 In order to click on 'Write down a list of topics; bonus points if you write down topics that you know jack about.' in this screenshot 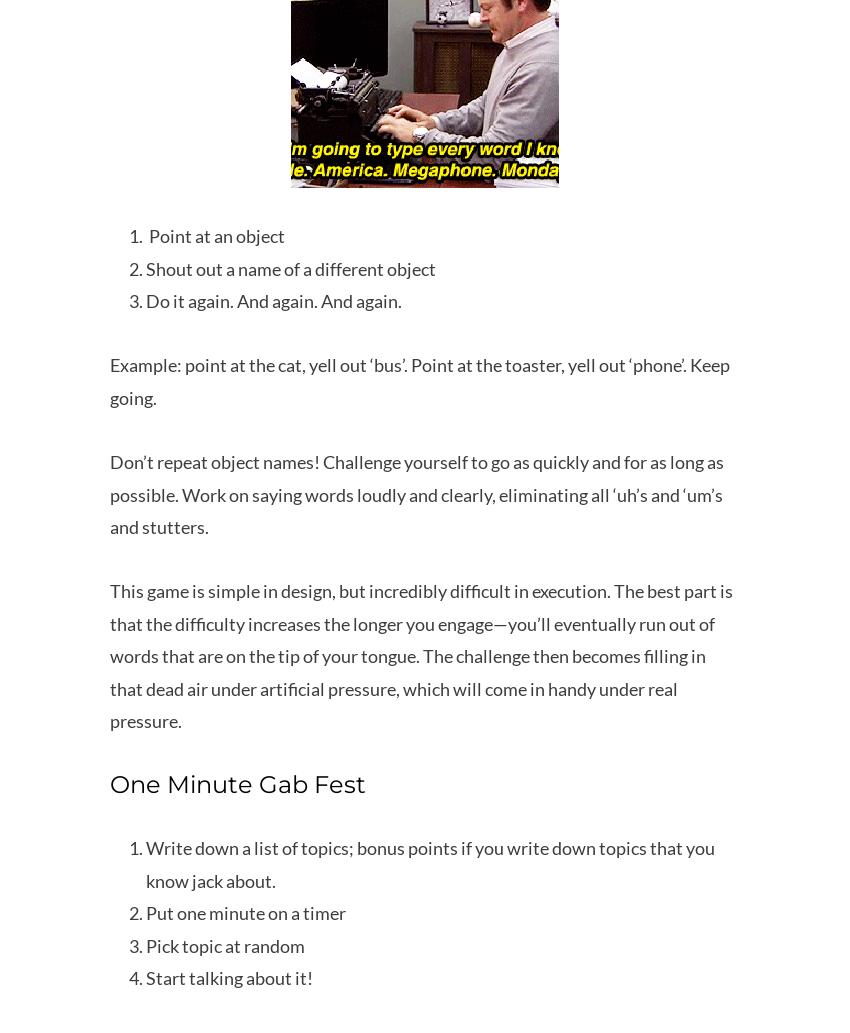, I will do `click(429, 863)`.